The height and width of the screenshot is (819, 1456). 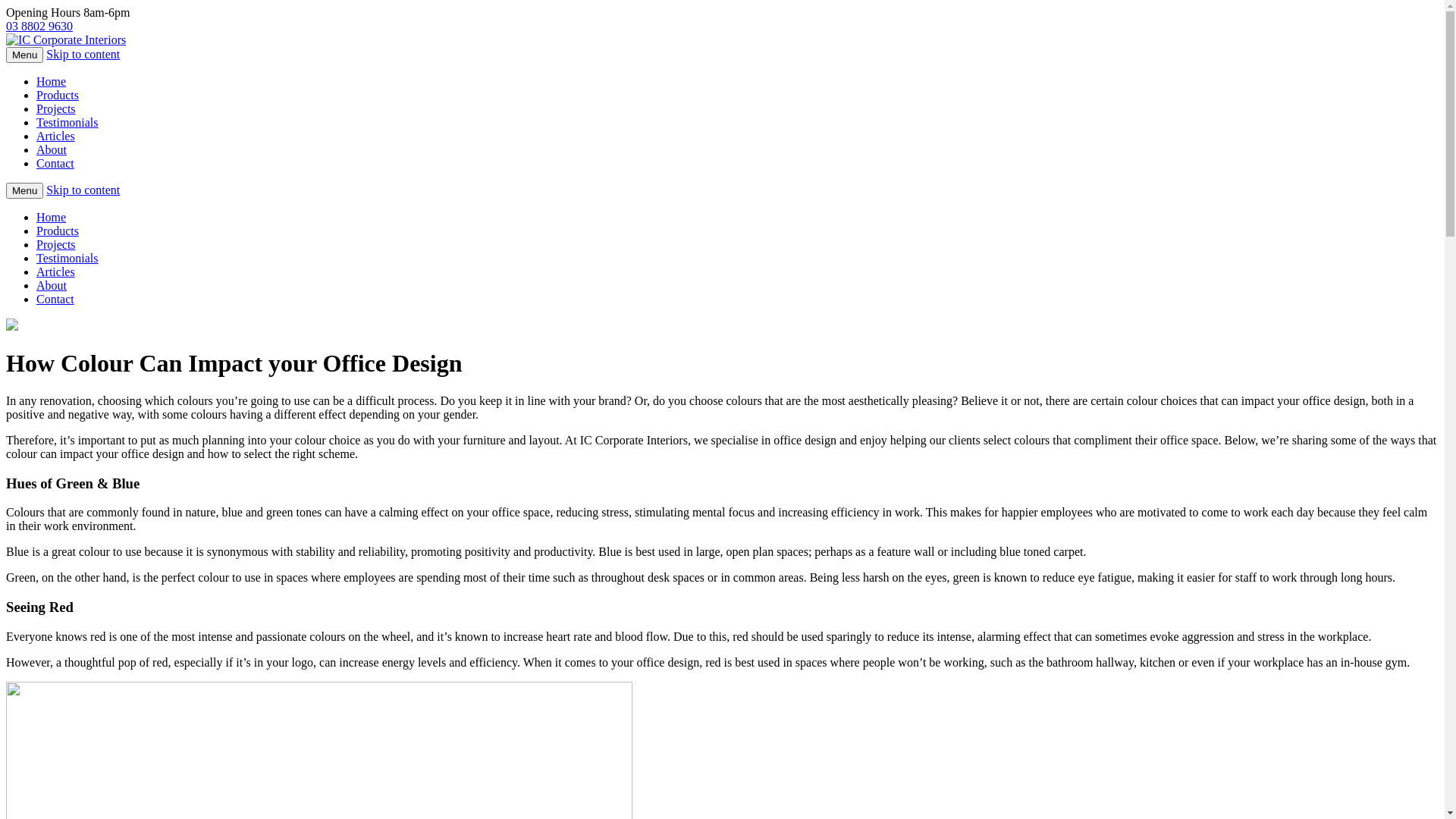 What do you see at coordinates (55, 108) in the screenshot?
I see `'Projects'` at bounding box center [55, 108].